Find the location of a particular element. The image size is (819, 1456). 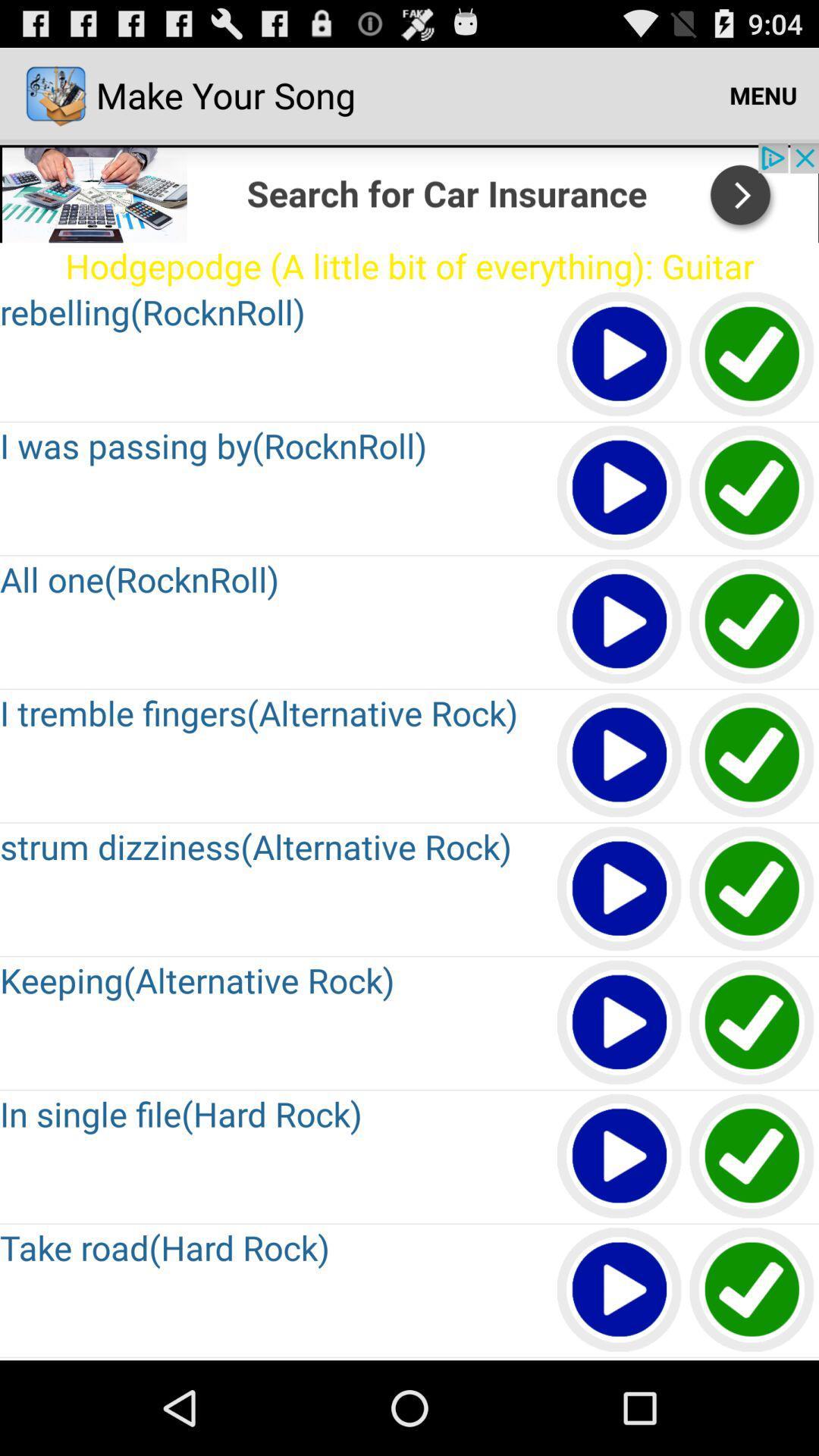

next is located at coordinates (620, 890).